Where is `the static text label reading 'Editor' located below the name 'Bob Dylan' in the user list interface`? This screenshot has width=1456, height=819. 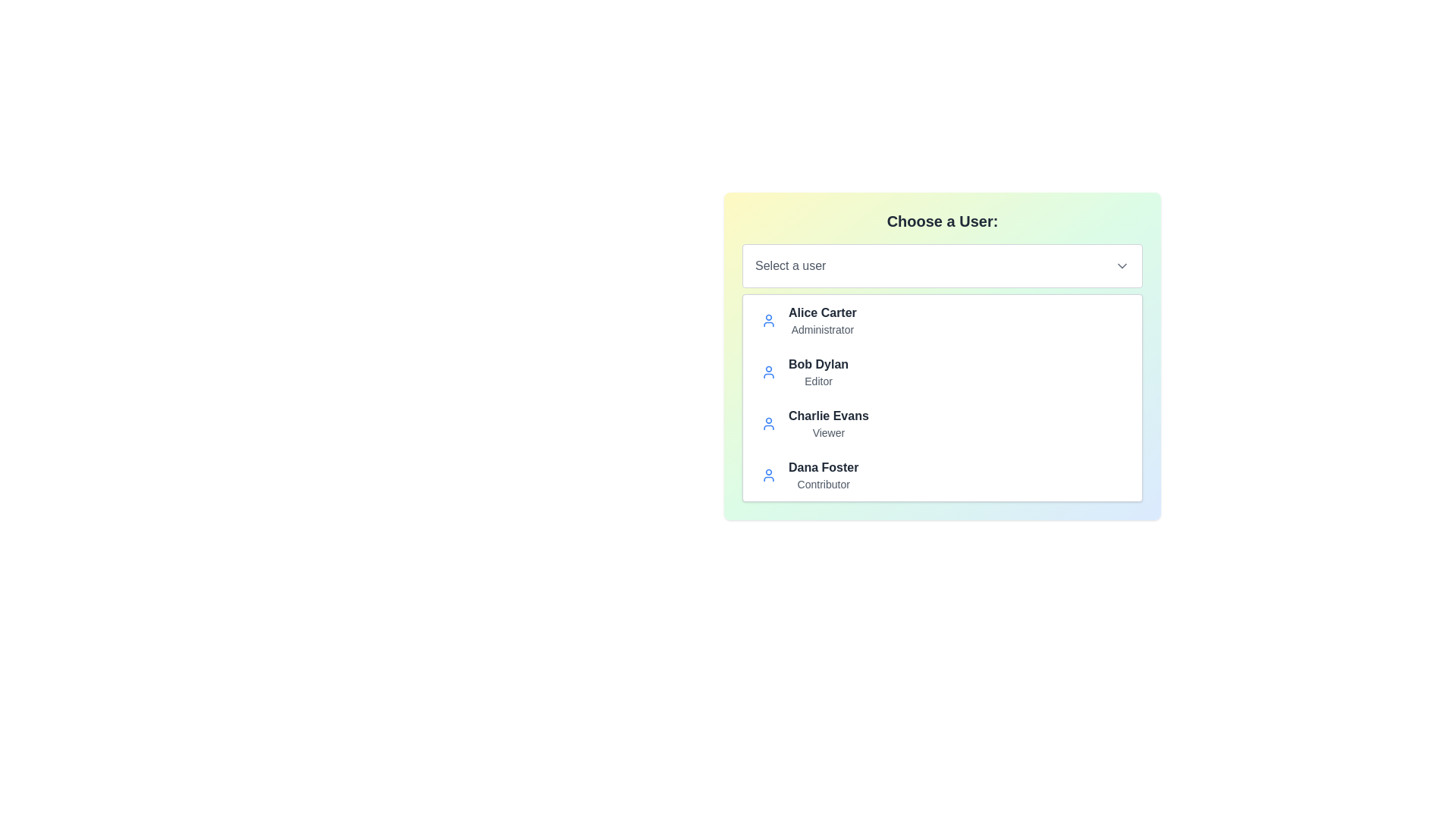
the static text label reading 'Editor' located below the name 'Bob Dylan' in the user list interface is located at coordinates (817, 380).